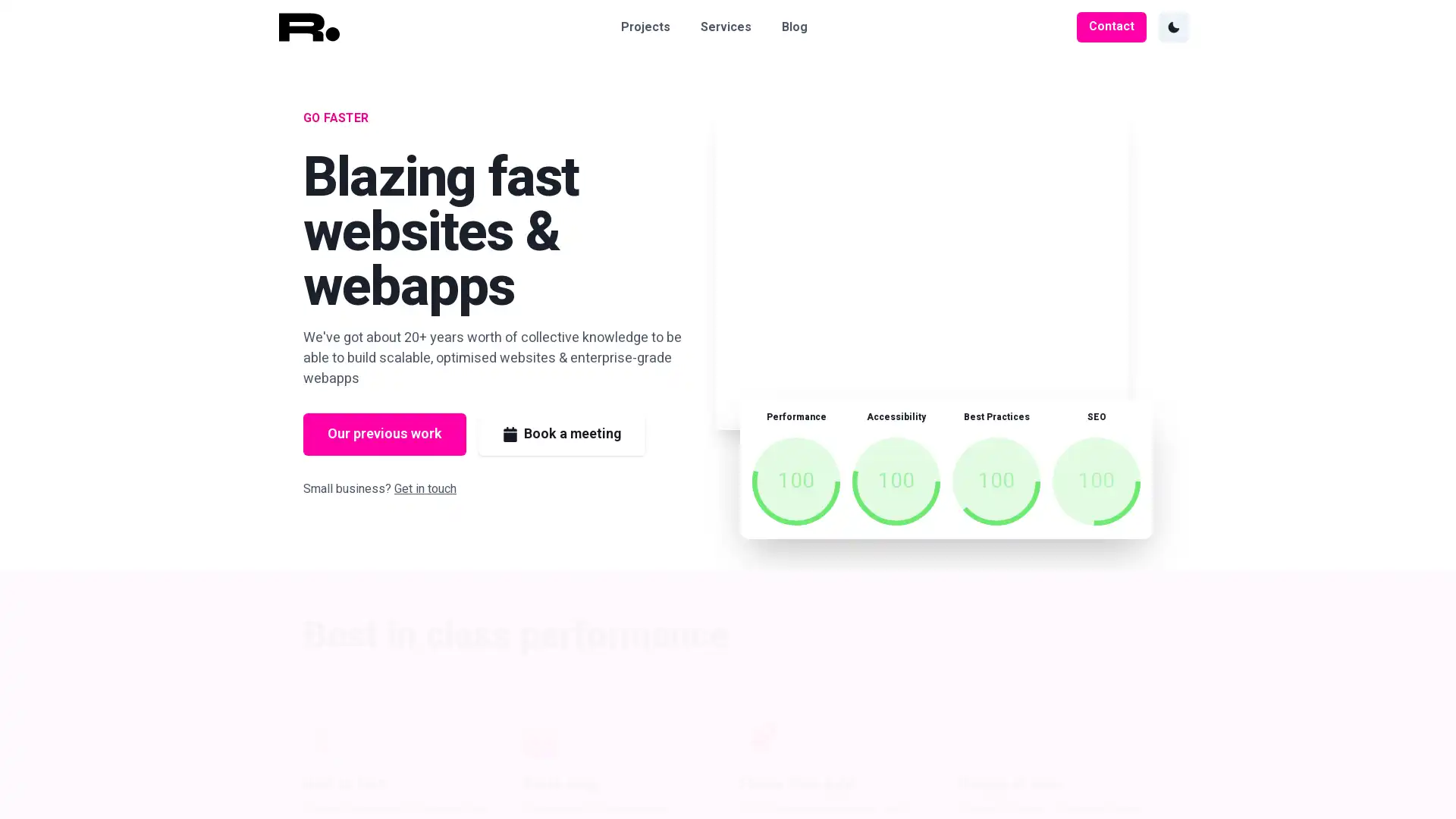 The width and height of the screenshot is (1456, 819). Describe the element at coordinates (384, 435) in the screenshot. I see `Our previous work` at that location.